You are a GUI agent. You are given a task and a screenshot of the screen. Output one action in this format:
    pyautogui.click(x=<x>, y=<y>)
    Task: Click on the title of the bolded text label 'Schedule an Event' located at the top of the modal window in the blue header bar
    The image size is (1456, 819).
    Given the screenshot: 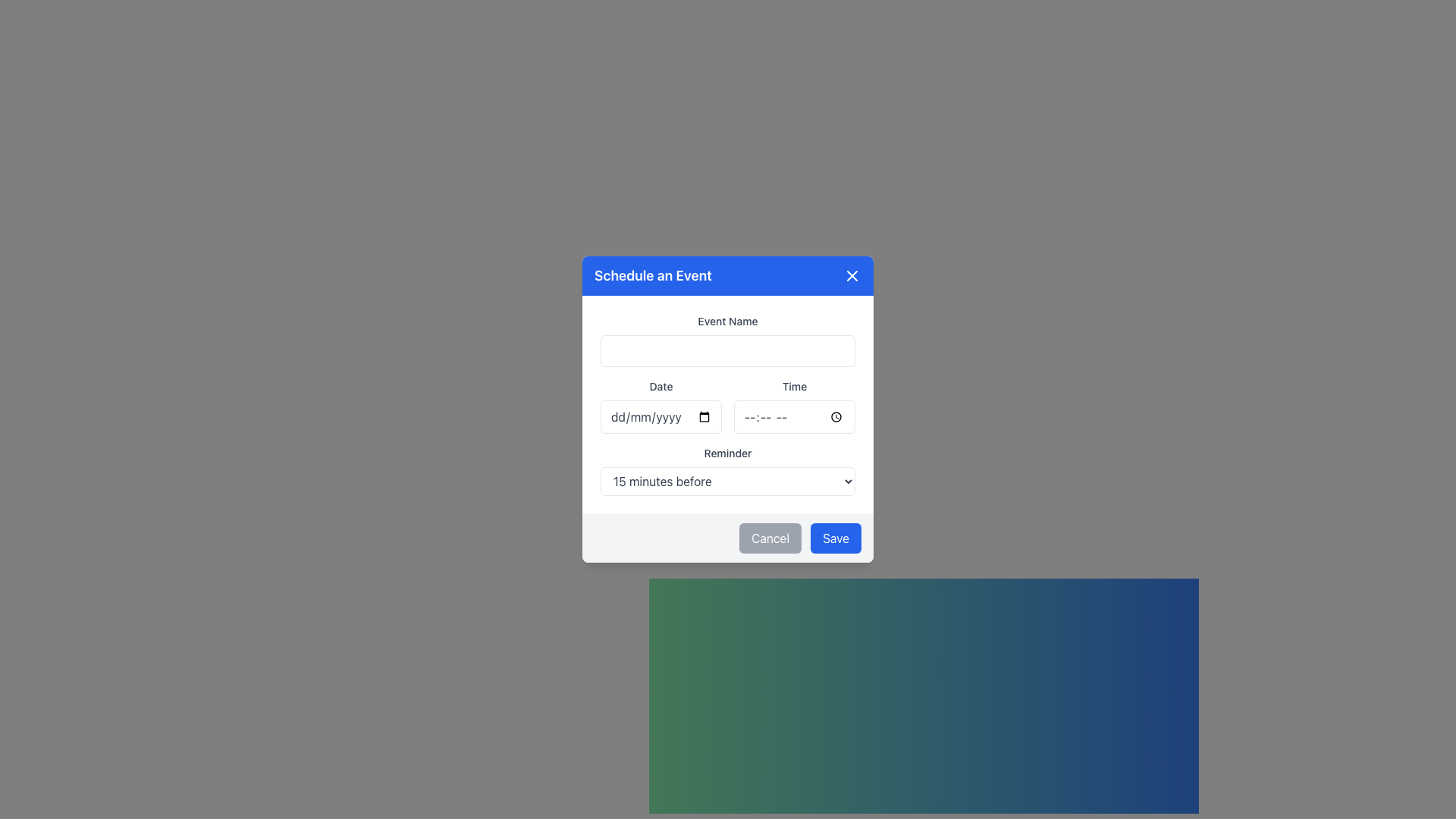 What is the action you would take?
    pyautogui.click(x=653, y=275)
    